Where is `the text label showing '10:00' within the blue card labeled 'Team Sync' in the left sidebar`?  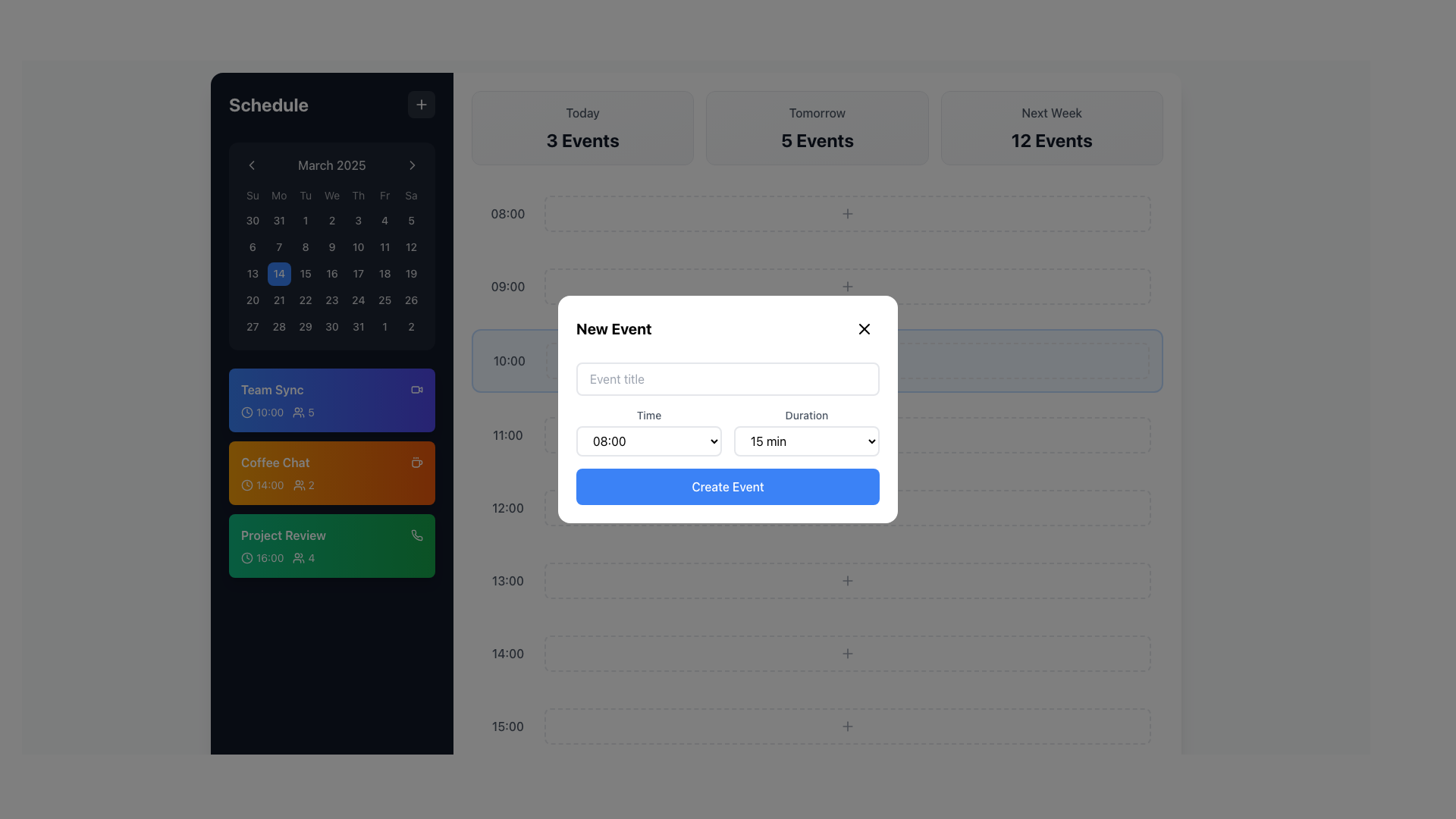 the text label showing '10:00' within the blue card labeled 'Team Sync' in the left sidebar is located at coordinates (270, 413).